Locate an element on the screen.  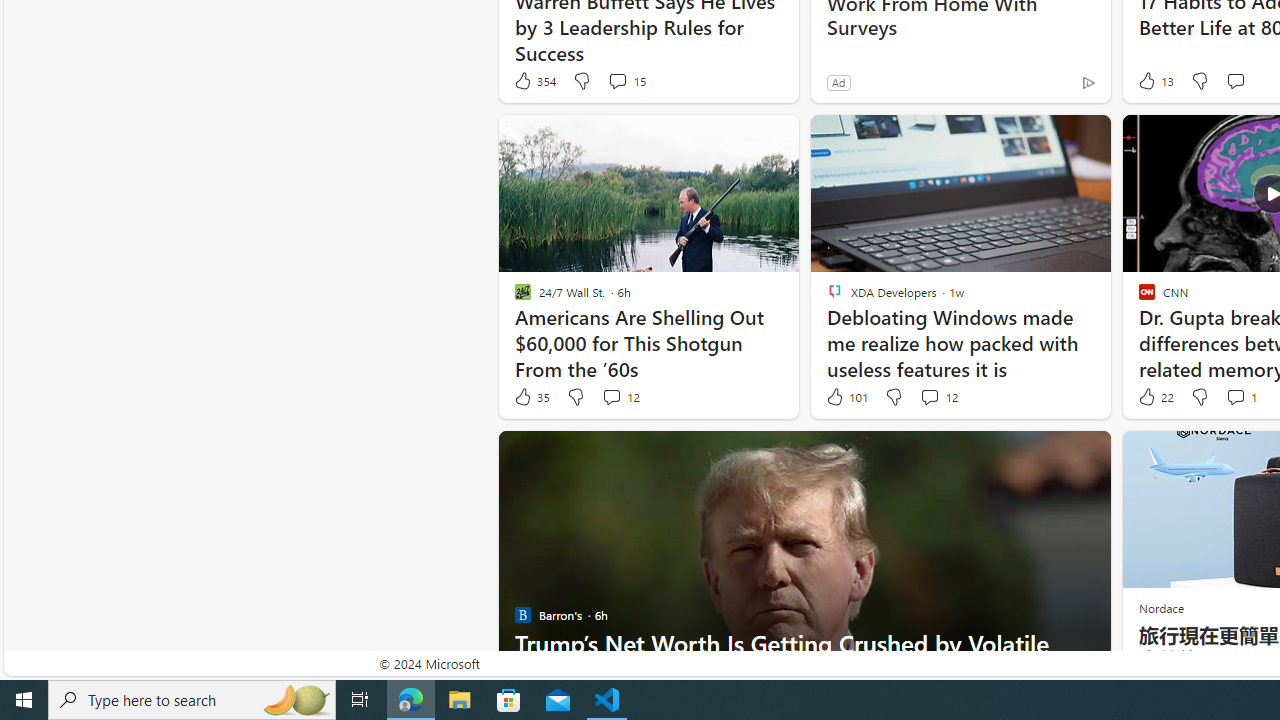
'View comments 15 Comment' is located at coordinates (616, 80).